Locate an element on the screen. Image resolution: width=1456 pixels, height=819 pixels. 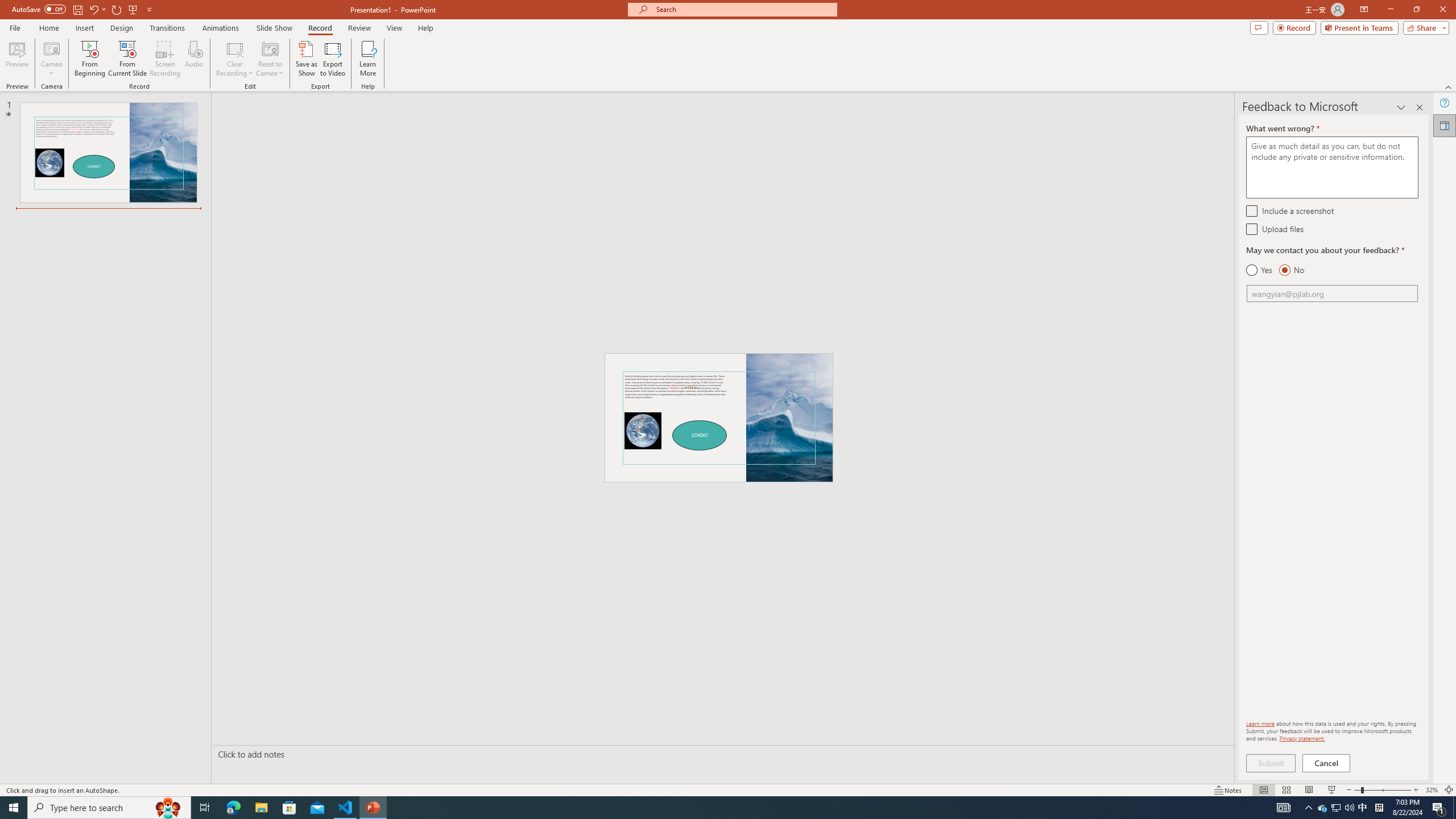
'AutoSave' is located at coordinates (39, 9).